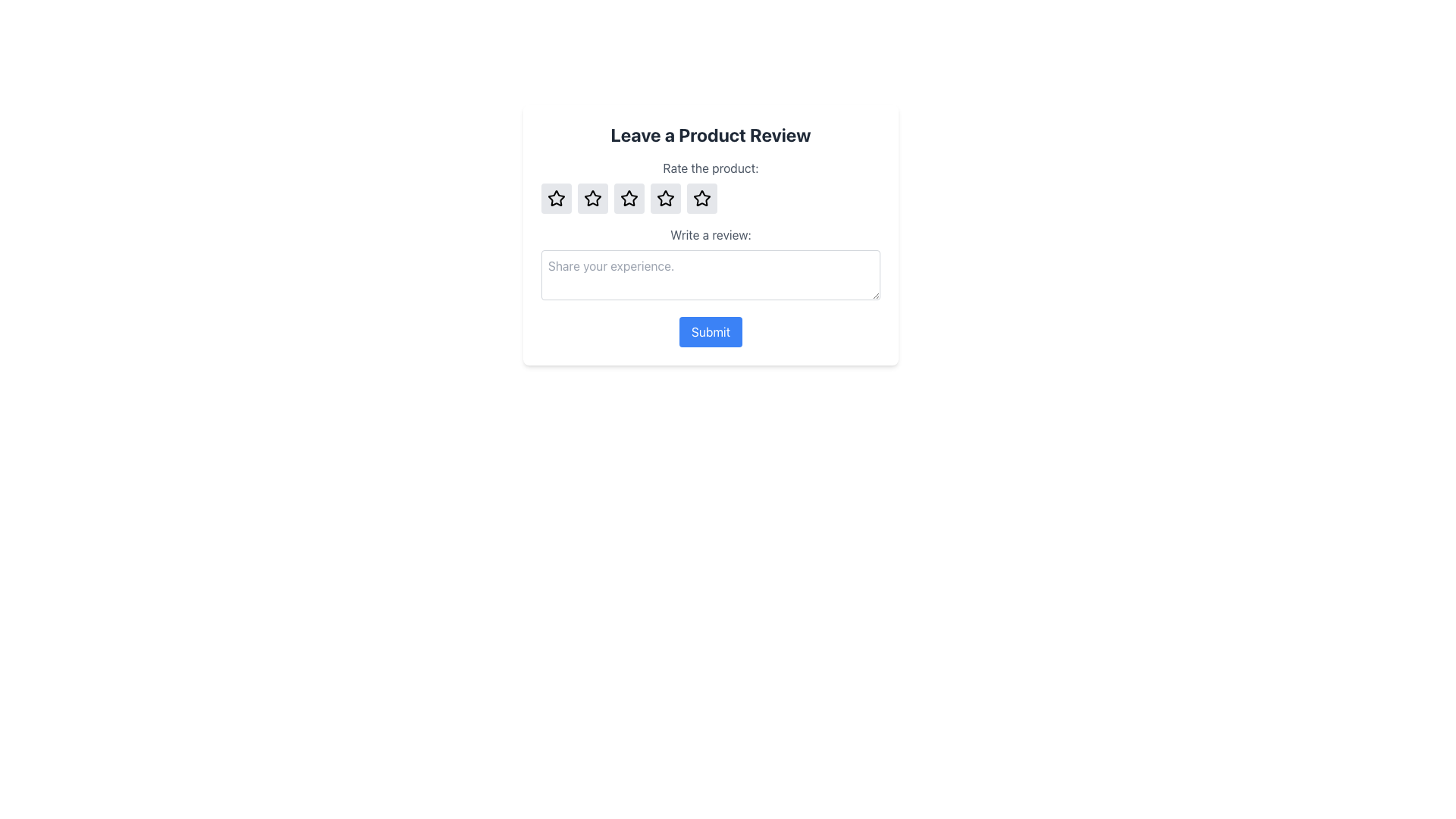  What do you see at coordinates (629, 198) in the screenshot?
I see `the third star-shaped button in the 'Rate the product:' section` at bounding box center [629, 198].